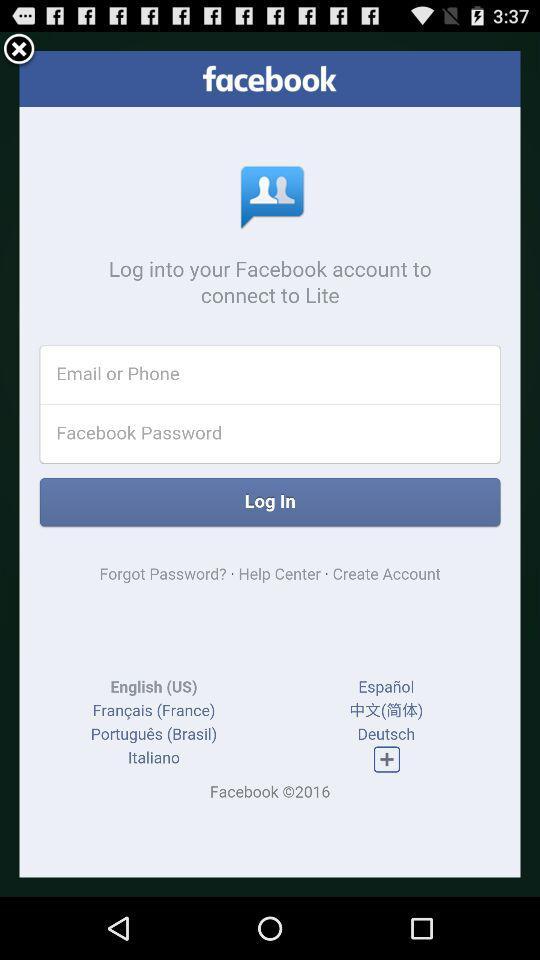 This screenshot has width=540, height=960. What do you see at coordinates (18, 51) in the screenshot?
I see `the close icon` at bounding box center [18, 51].